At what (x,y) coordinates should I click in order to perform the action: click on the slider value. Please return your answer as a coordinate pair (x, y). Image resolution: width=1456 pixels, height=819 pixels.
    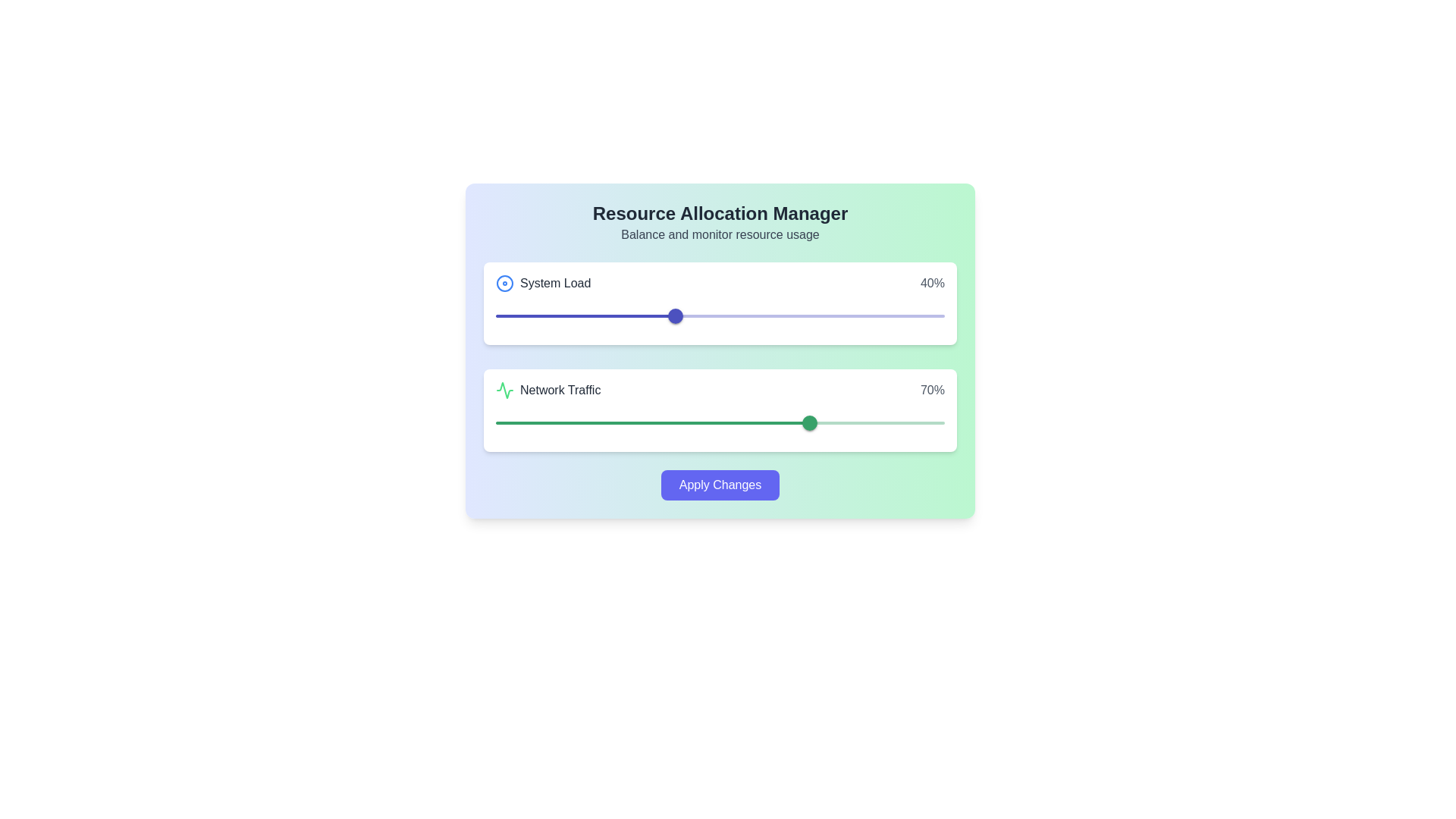
    Looking at the image, I should click on (904, 423).